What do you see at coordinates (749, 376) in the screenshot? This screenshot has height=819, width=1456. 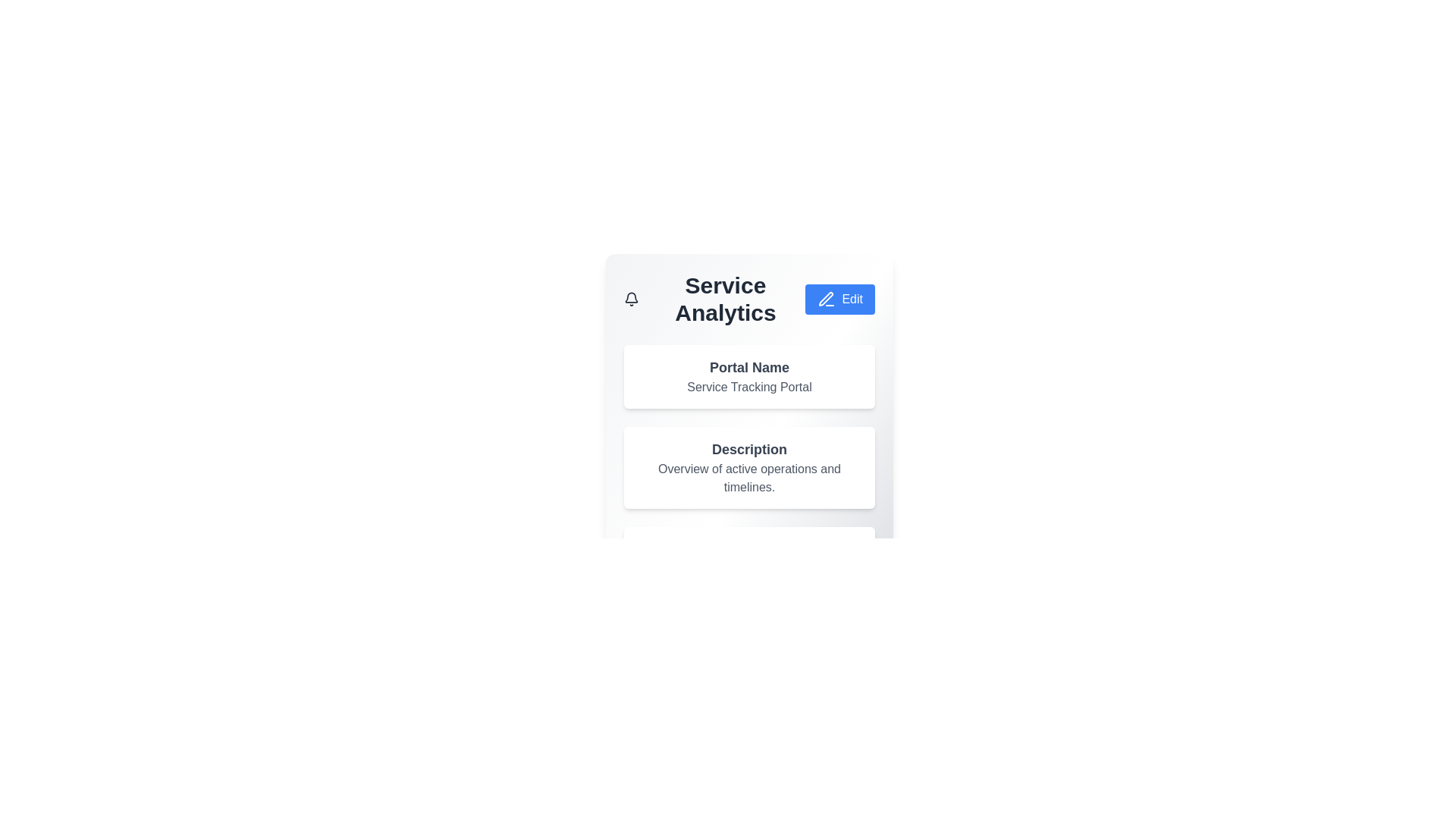 I see `the Static information card titled 'Portal Name' with subtitle 'Service Tracking Portal'` at bounding box center [749, 376].